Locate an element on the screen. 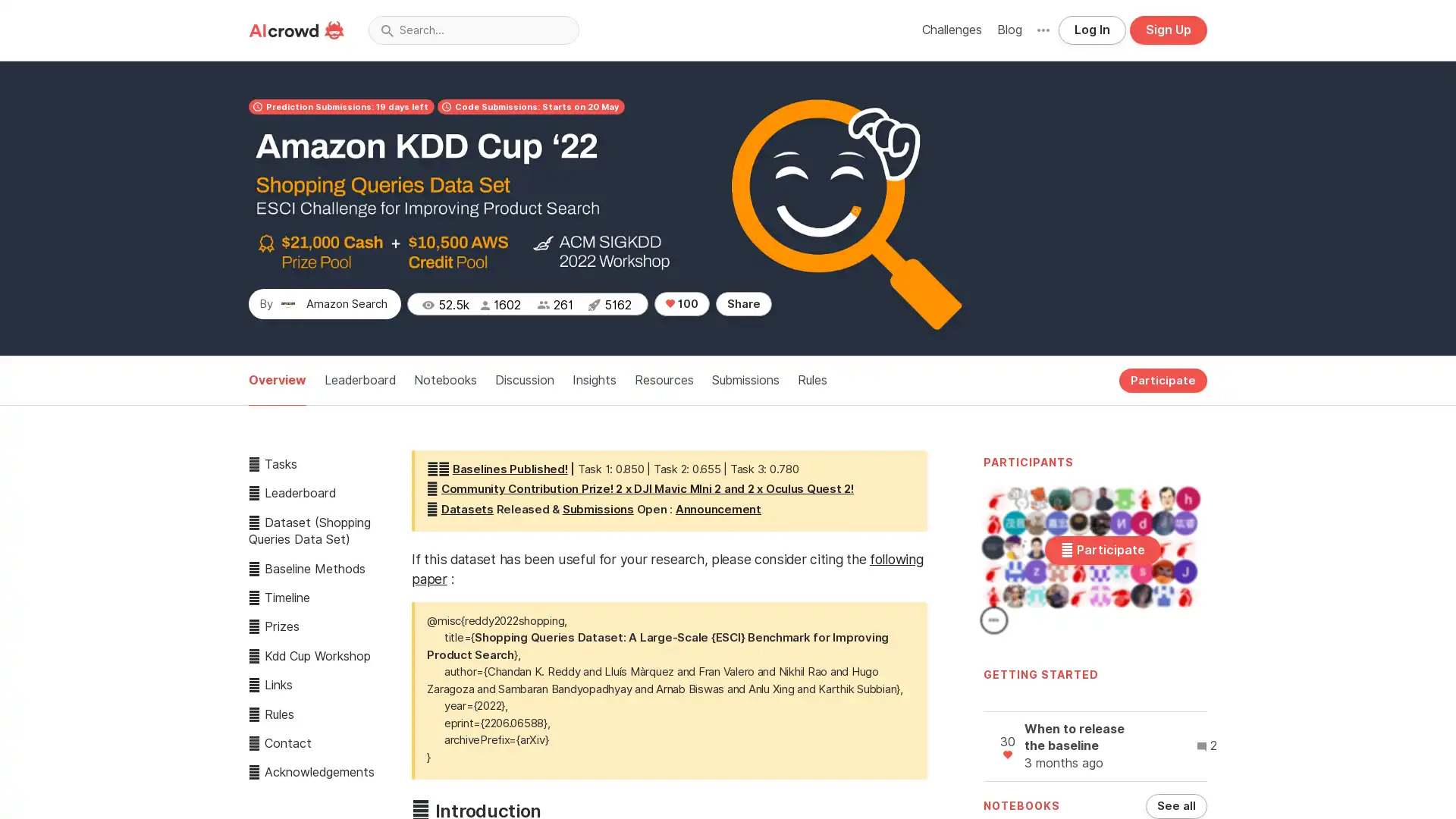 This screenshot has height=819, width=1456. Sign Up is located at coordinates (1167, 30).